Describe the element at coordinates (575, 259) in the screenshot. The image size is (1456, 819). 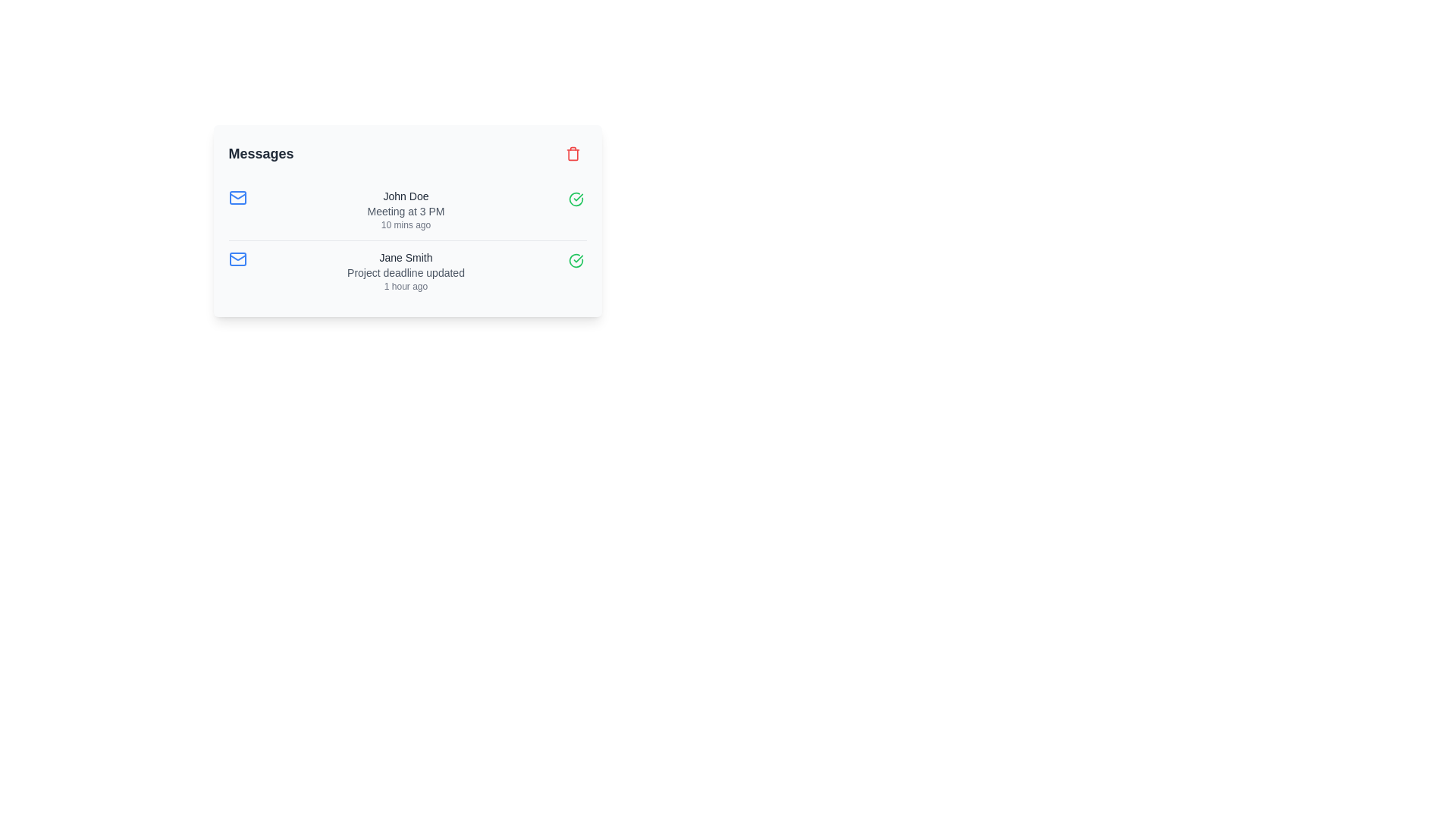
I see `the circular green bordered icon with a bold checkmark inside, located to the far right of the message entry for 'John Doe' in the 'Messages' list` at that location.